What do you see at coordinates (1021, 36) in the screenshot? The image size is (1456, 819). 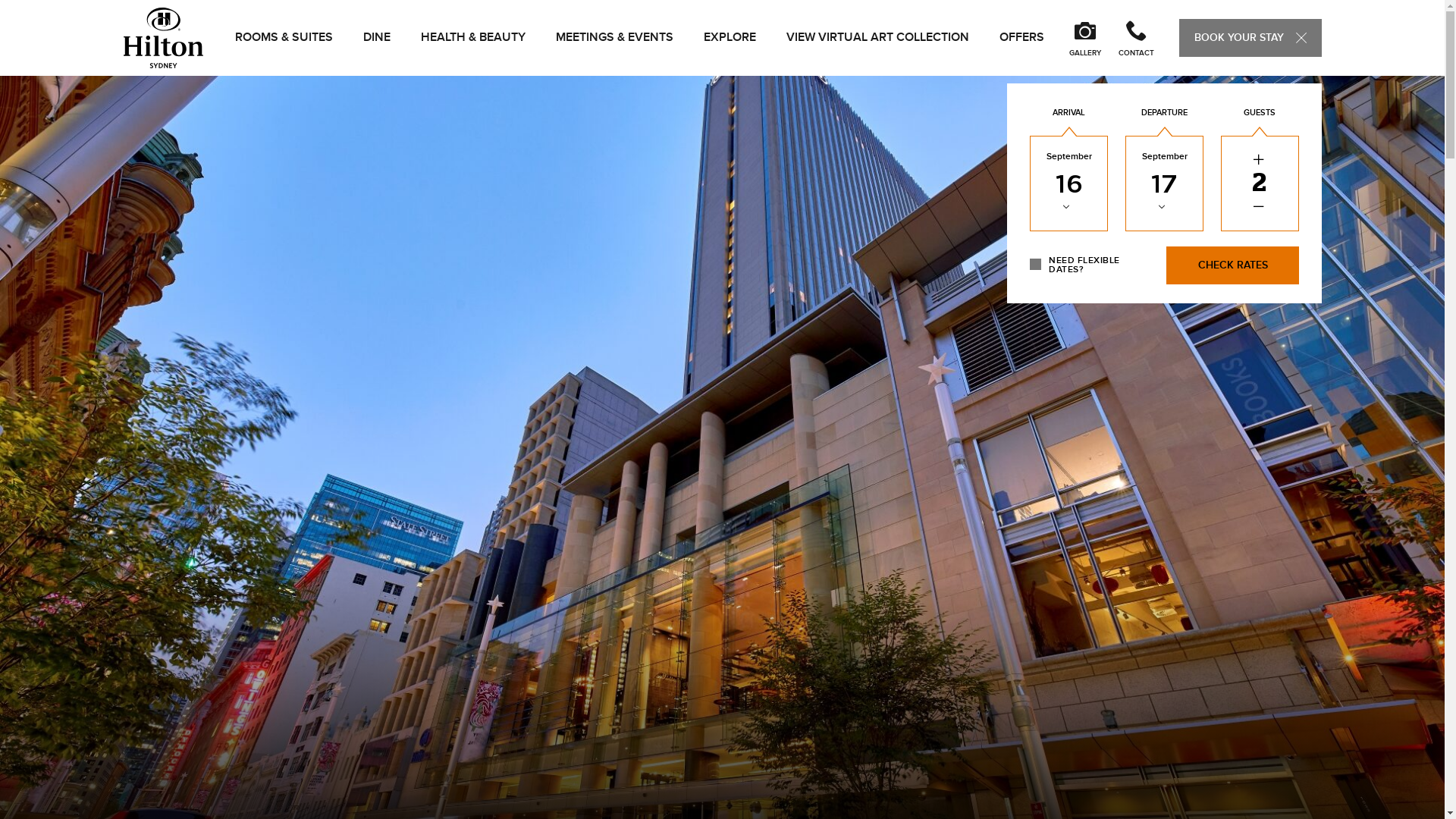 I see `'OFFERS'` at bounding box center [1021, 36].